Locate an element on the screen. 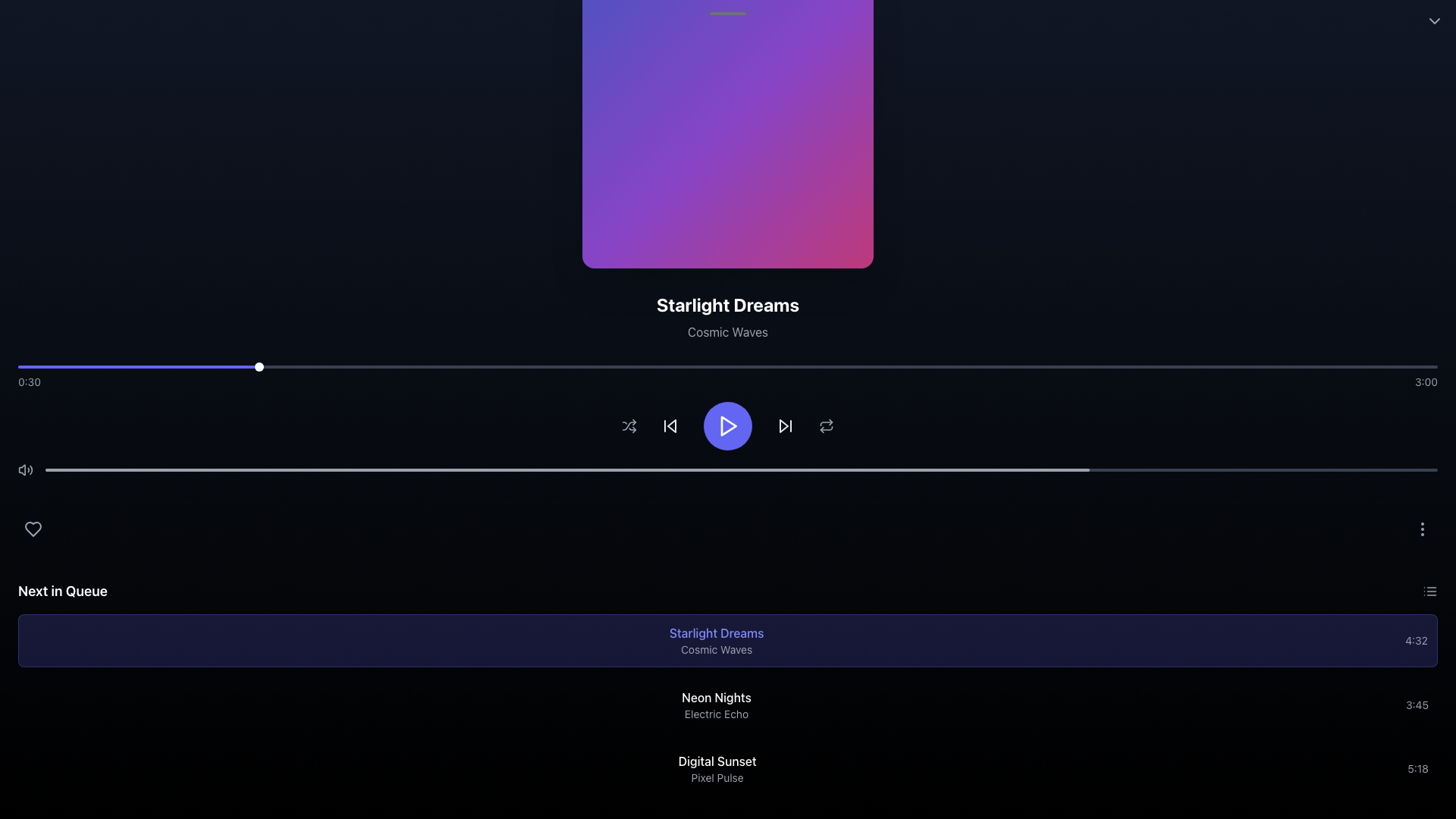 The height and width of the screenshot is (819, 1456). the second item in the 'Next in Queue' section, which represents a track in the music queue is located at coordinates (728, 704).